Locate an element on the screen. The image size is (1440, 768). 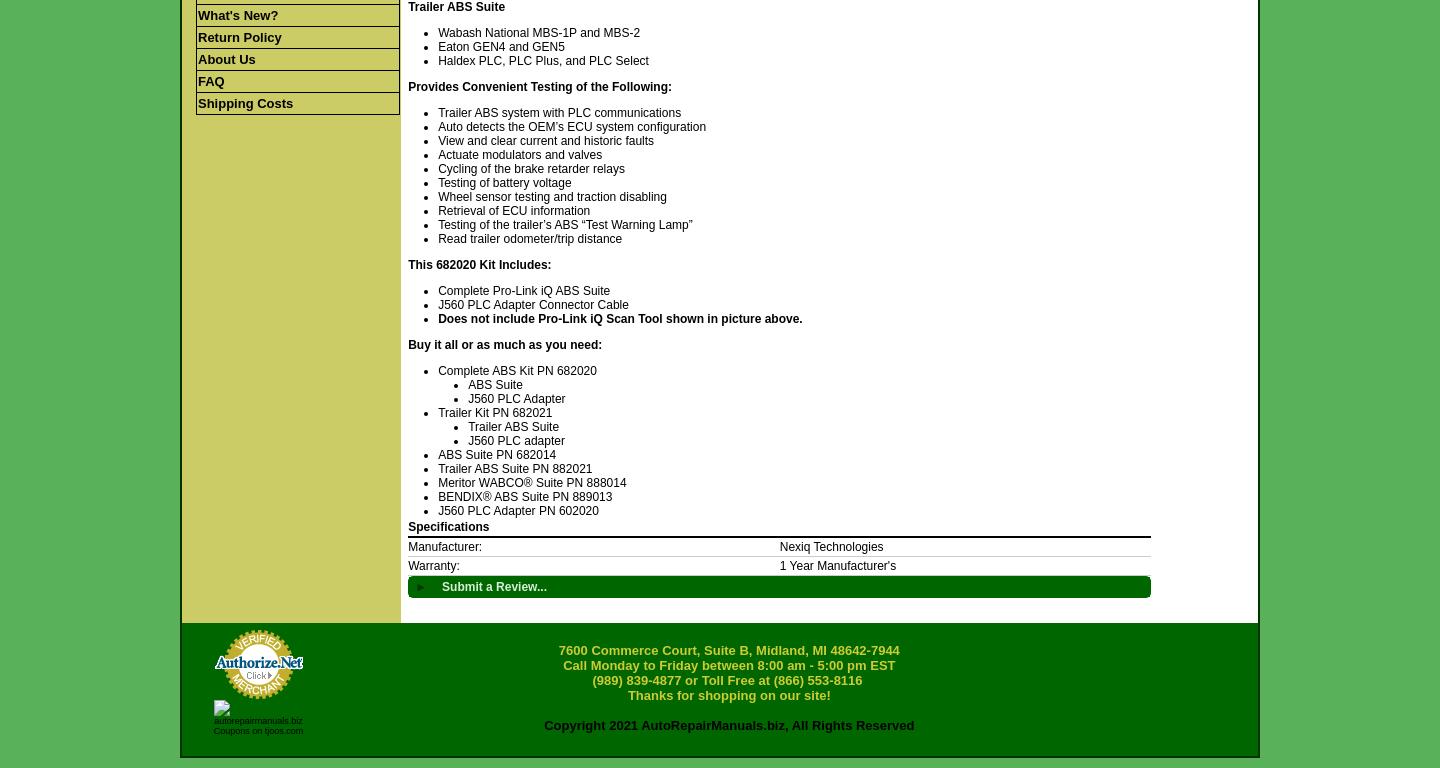
'J560 PLC Adapter' is located at coordinates (515, 396).